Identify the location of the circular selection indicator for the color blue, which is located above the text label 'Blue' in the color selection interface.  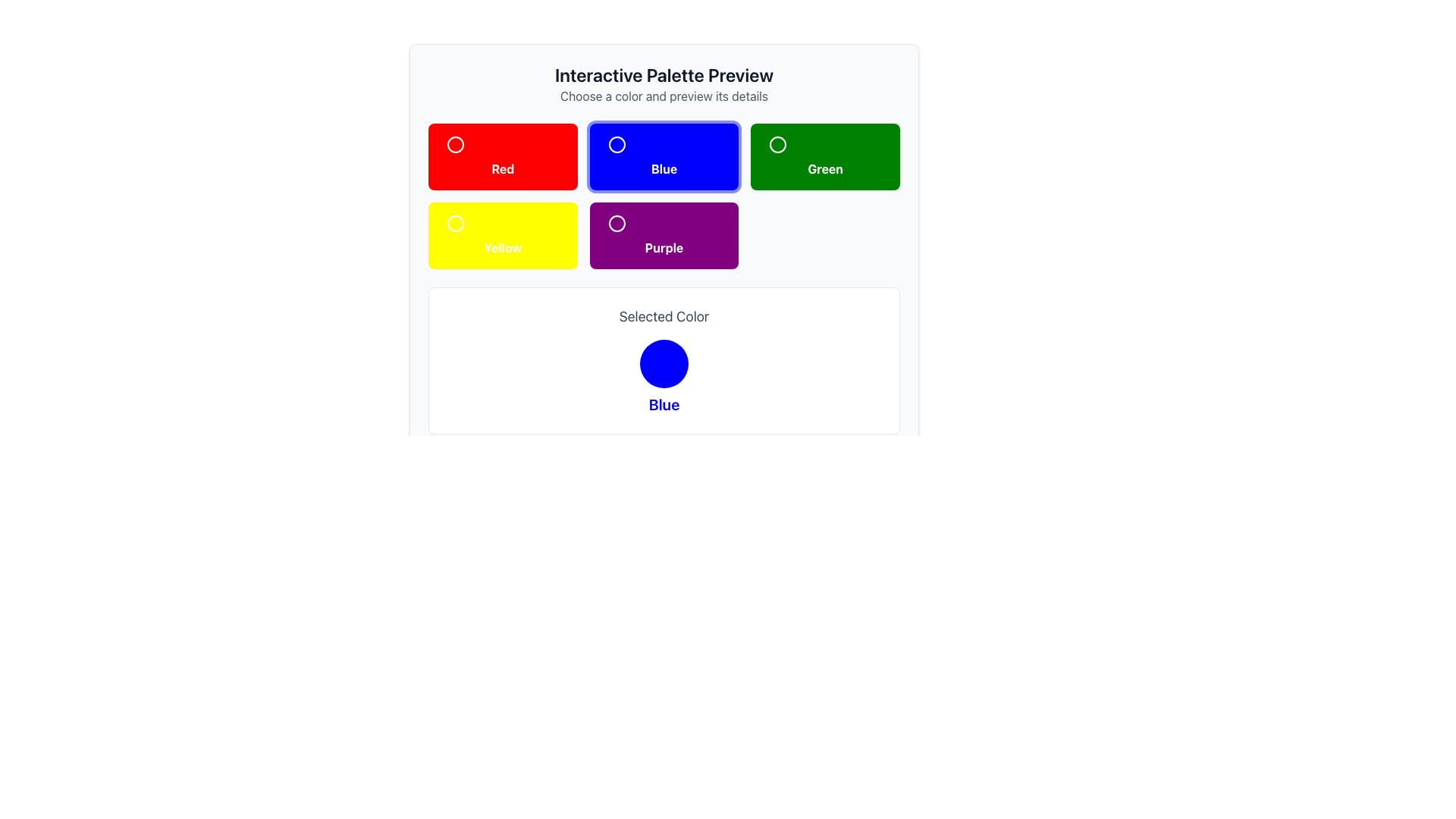
(617, 145).